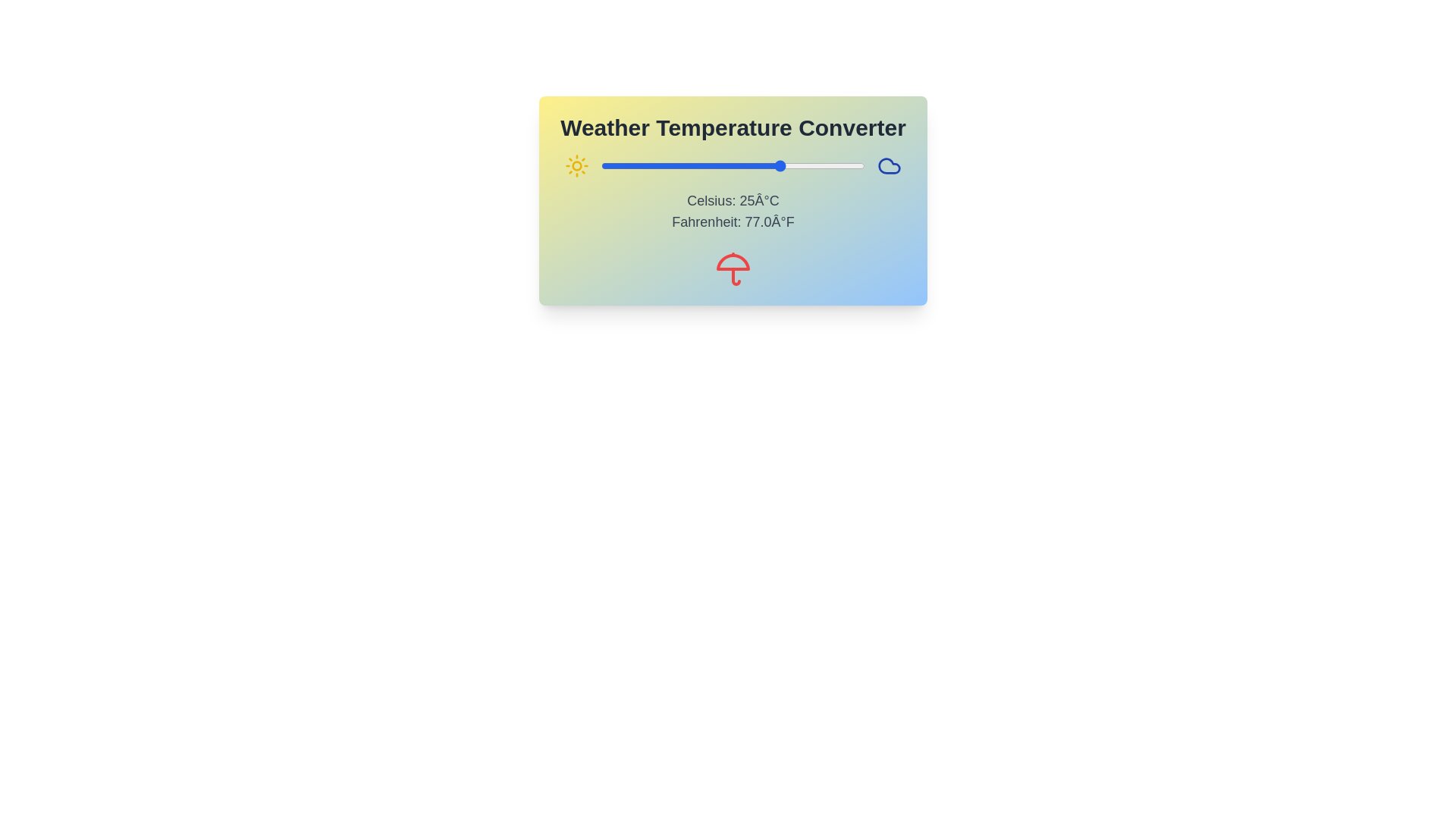 The width and height of the screenshot is (1456, 819). Describe the element at coordinates (576, 166) in the screenshot. I see `the sun icon to simulate interaction` at that location.